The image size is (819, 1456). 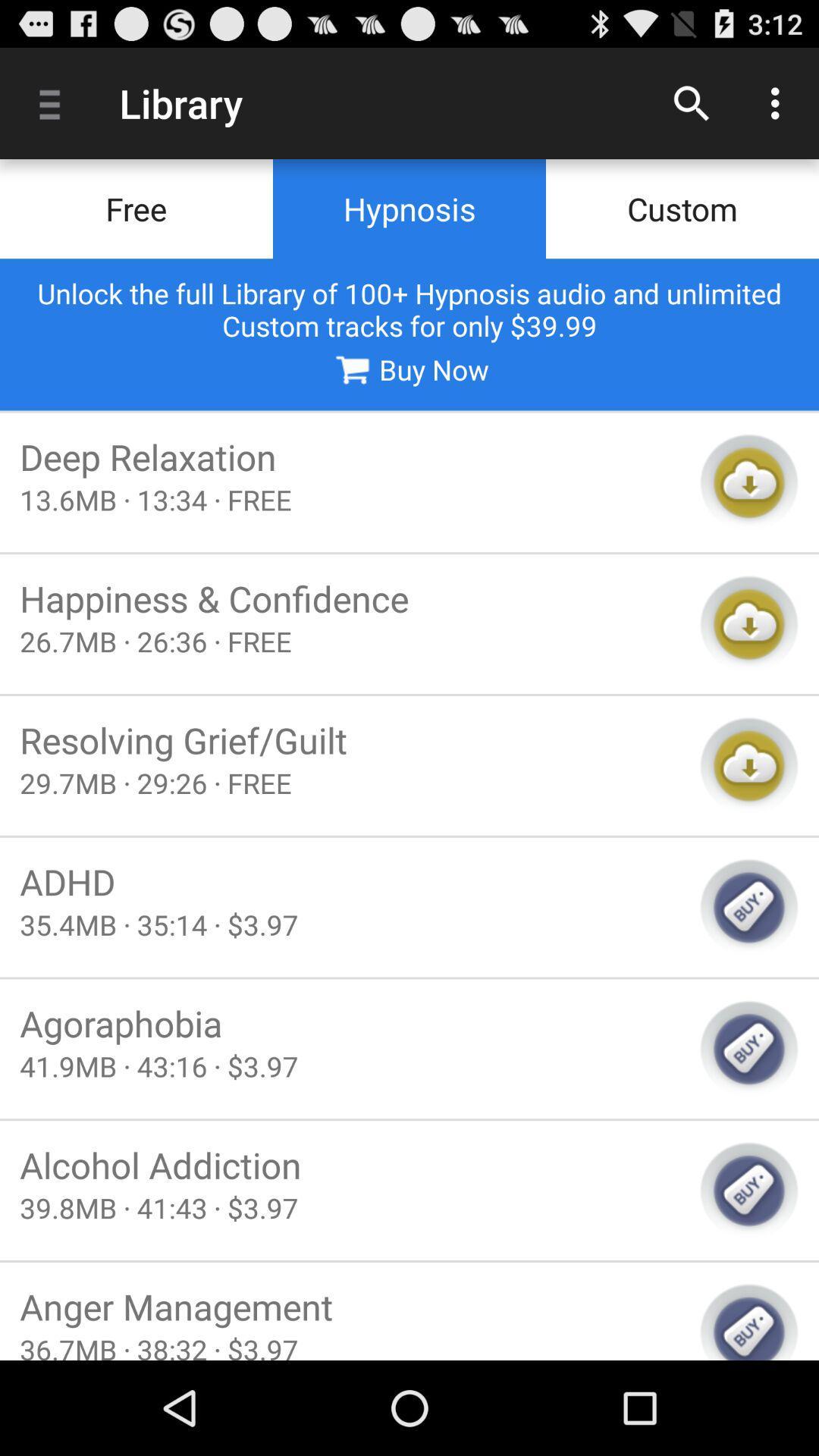 What do you see at coordinates (748, 1190) in the screenshot?
I see `buy alcohol addiction audio` at bounding box center [748, 1190].